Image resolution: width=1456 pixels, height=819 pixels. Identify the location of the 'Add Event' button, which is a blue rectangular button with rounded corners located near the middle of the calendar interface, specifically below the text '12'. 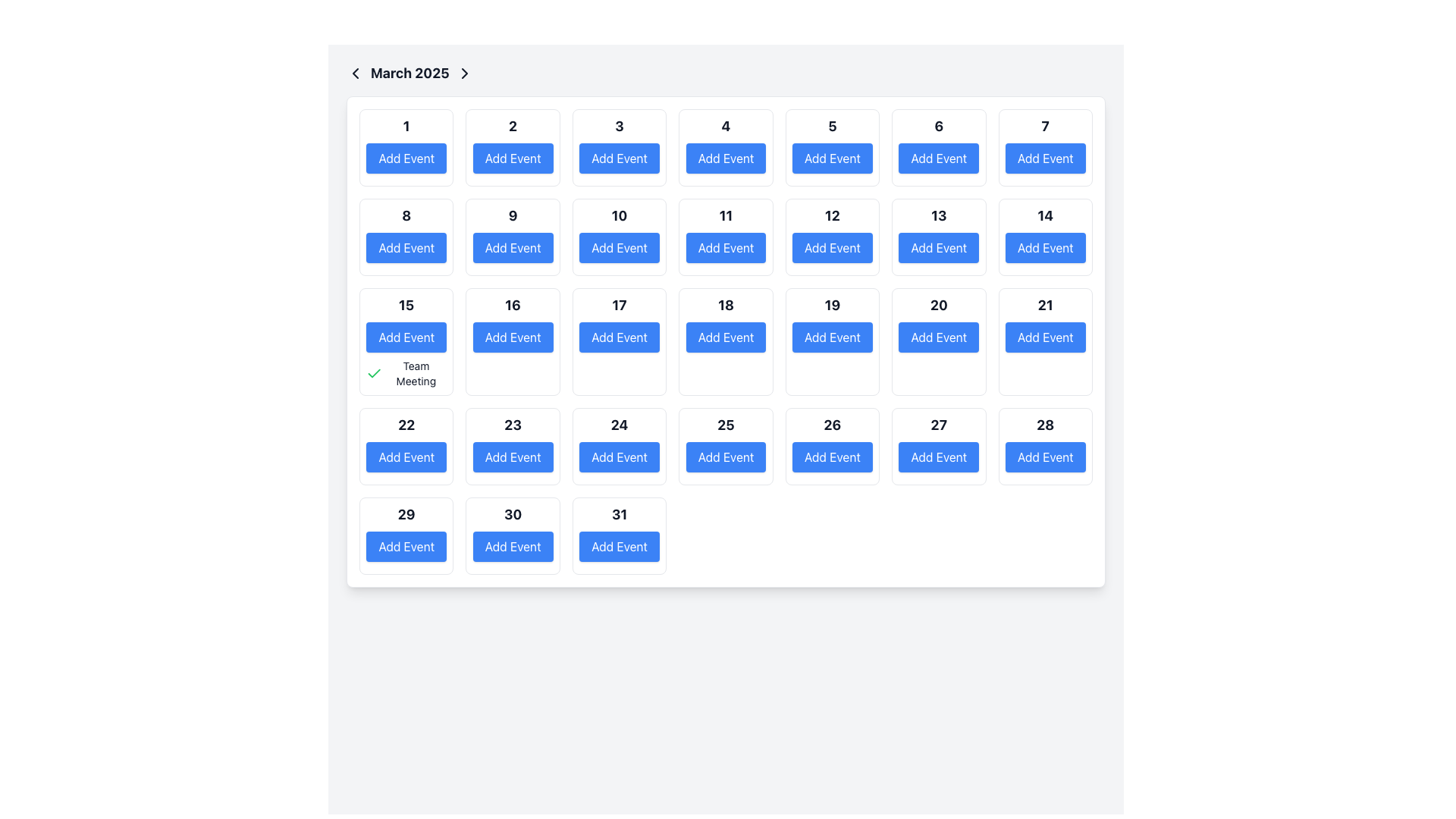
(831, 247).